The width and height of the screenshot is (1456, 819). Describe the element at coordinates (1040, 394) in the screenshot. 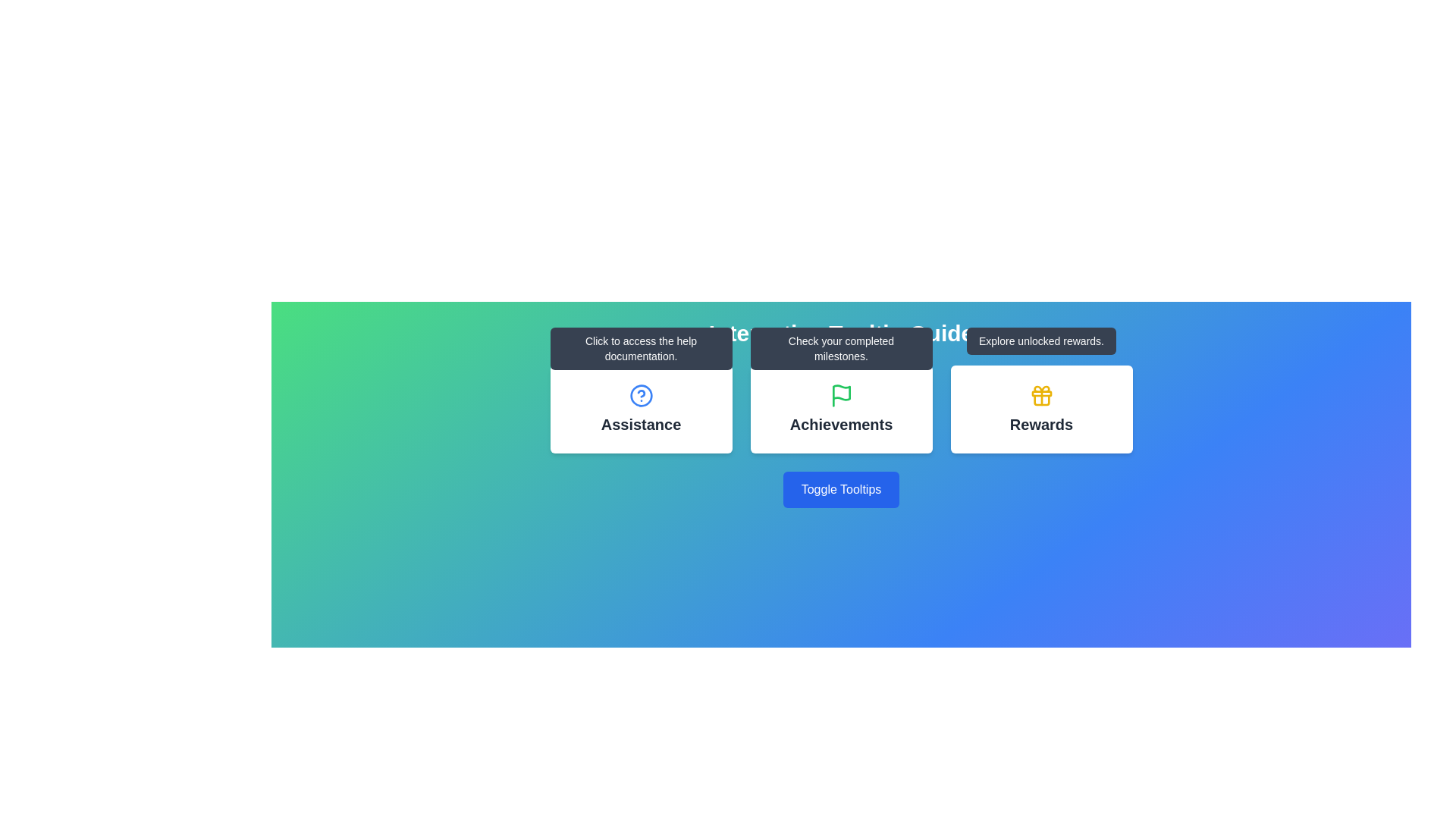

I see `the rewards icon, which symbolizes gifts or rewards, located on the right side of the interface beneath the tooltip 'Explore unlocked rewards'` at that location.